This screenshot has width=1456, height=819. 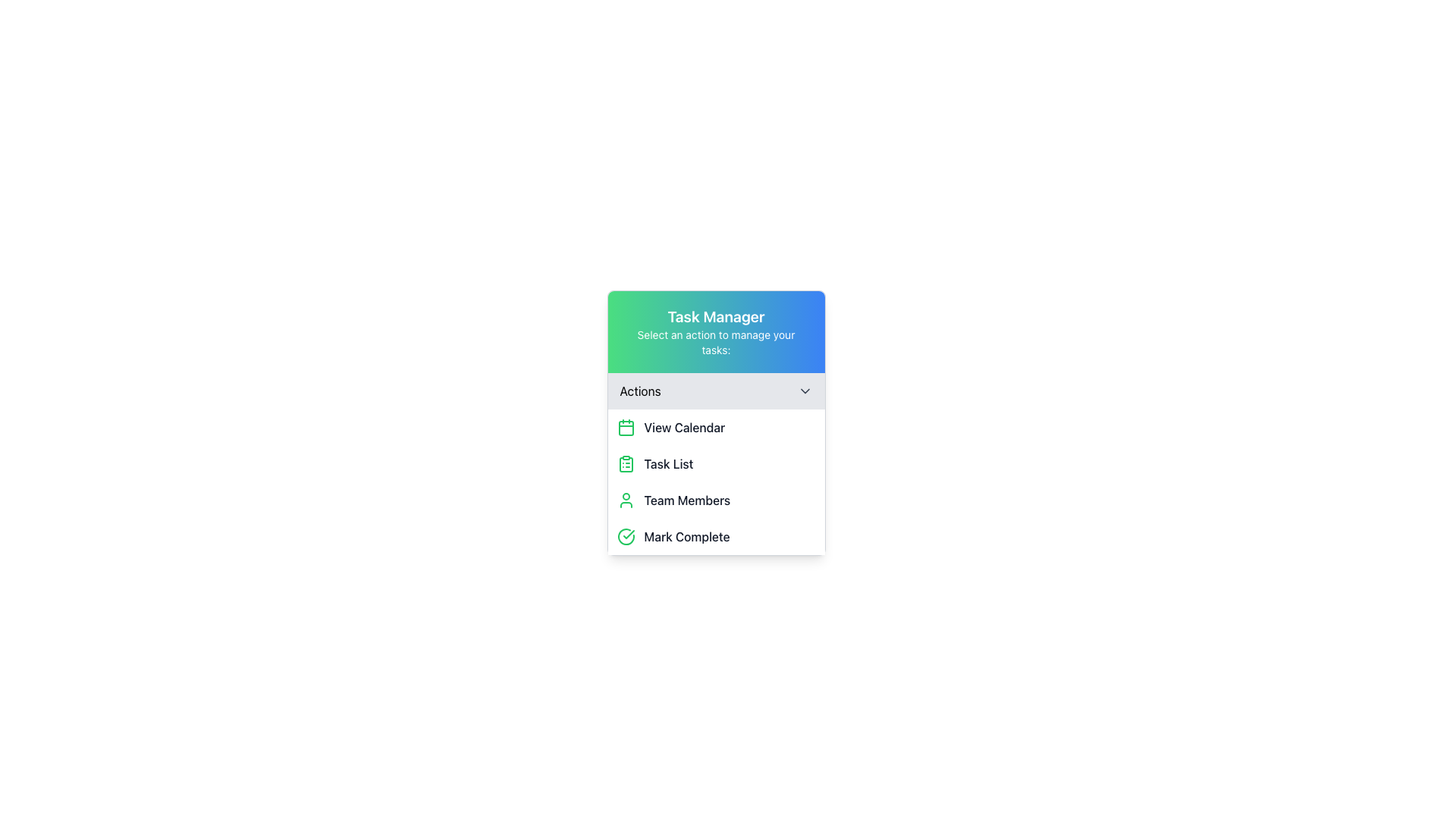 I want to click on the second item in the 'Task Manager' navigation menu, which allows users, so click(x=715, y=463).